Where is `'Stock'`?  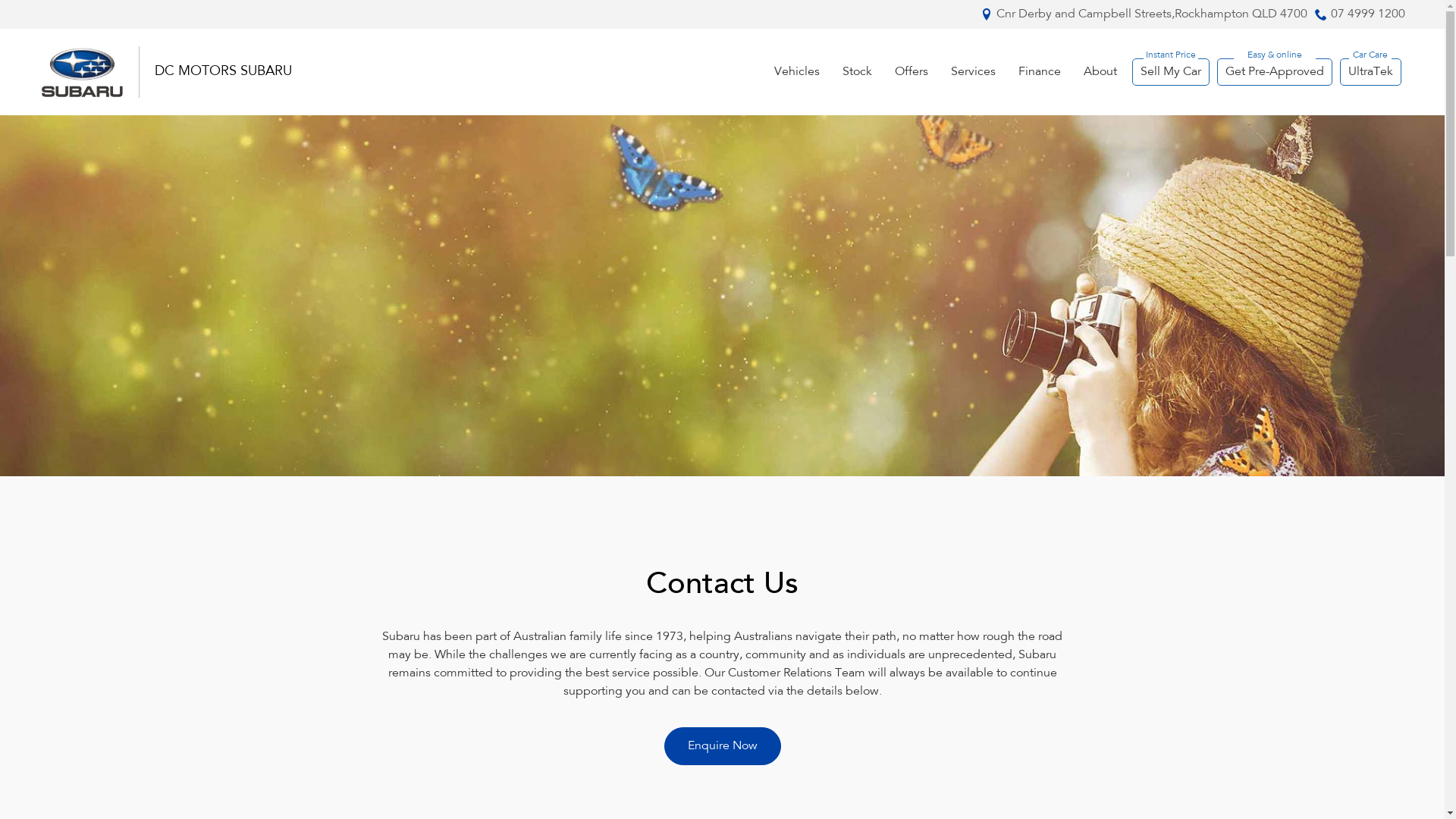 'Stock' is located at coordinates (857, 72).